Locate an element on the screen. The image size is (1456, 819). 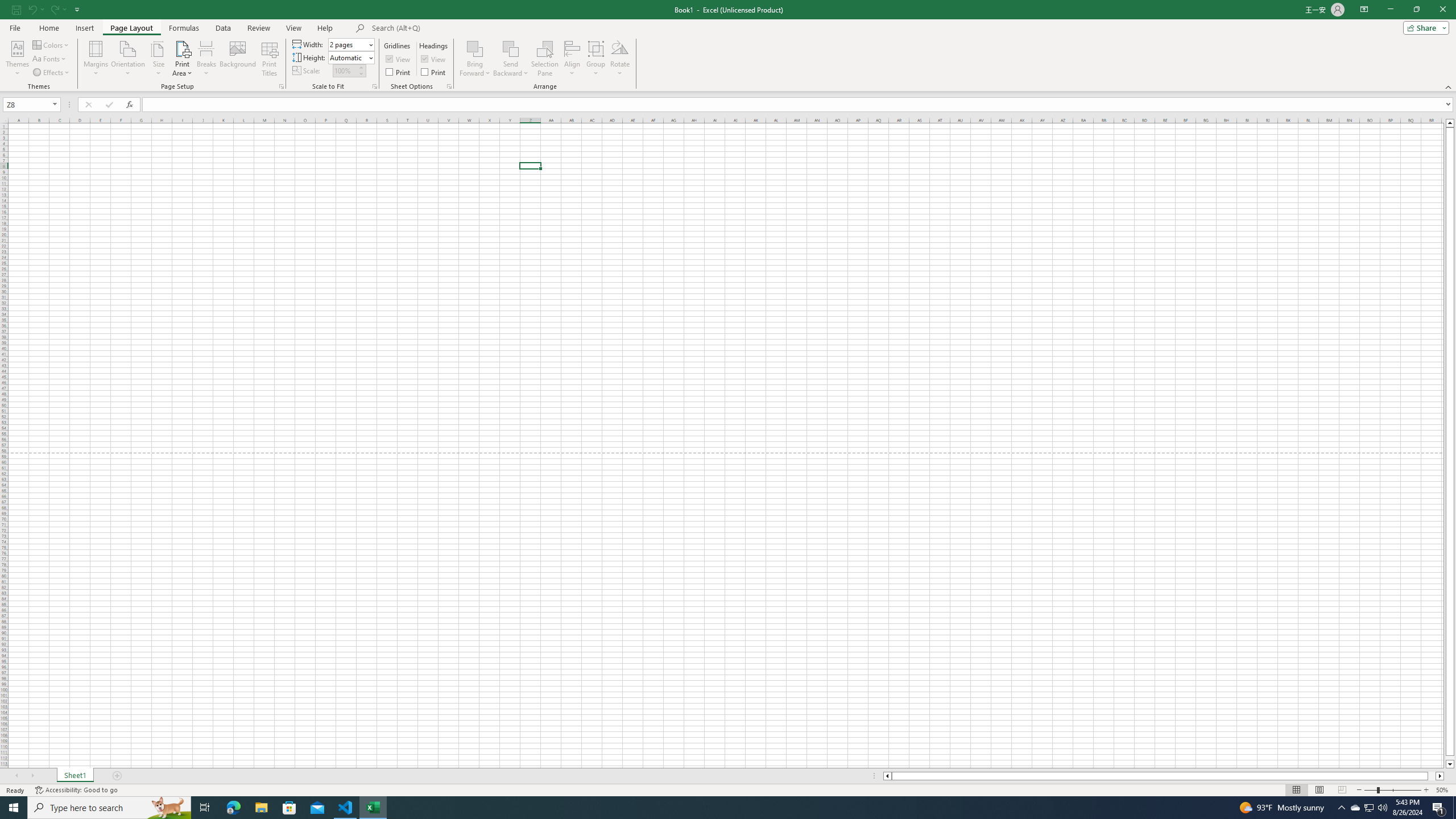
'Width' is located at coordinates (348, 44).